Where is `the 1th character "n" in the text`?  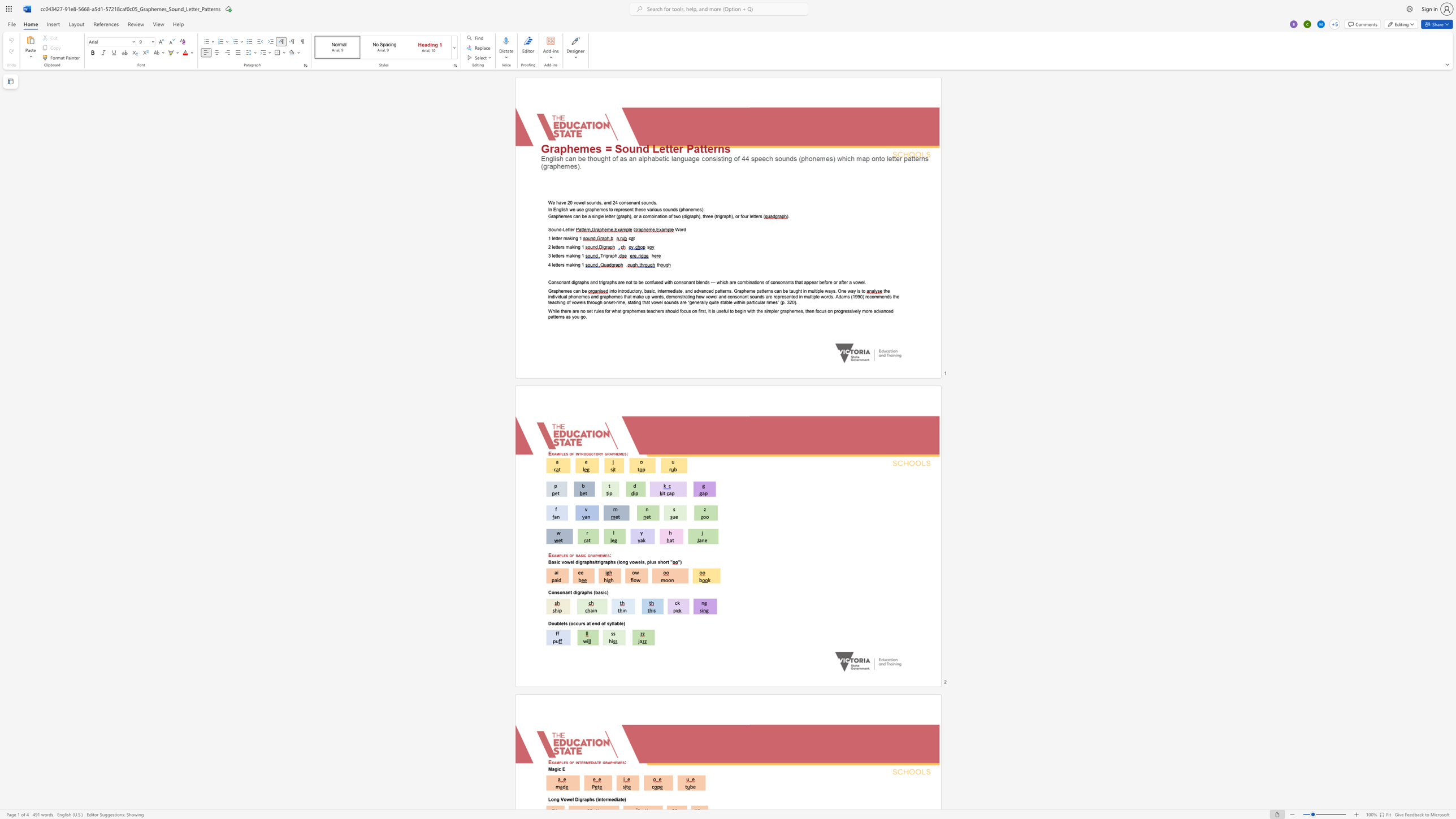 the 1th character "n" in the text is located at coordinates (579, 290).